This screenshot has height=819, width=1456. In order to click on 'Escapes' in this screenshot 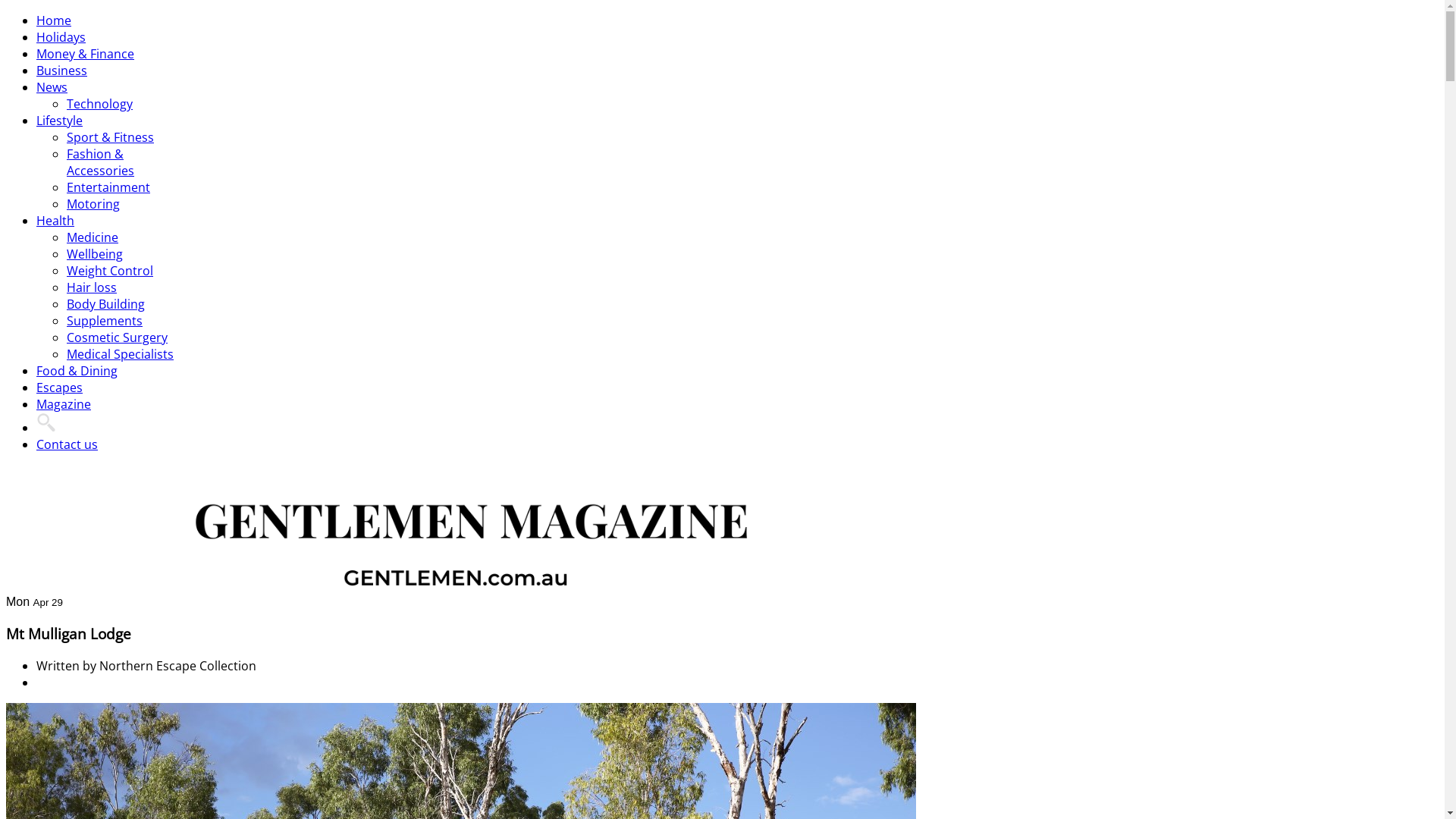, I will do `click(36, 386)`.